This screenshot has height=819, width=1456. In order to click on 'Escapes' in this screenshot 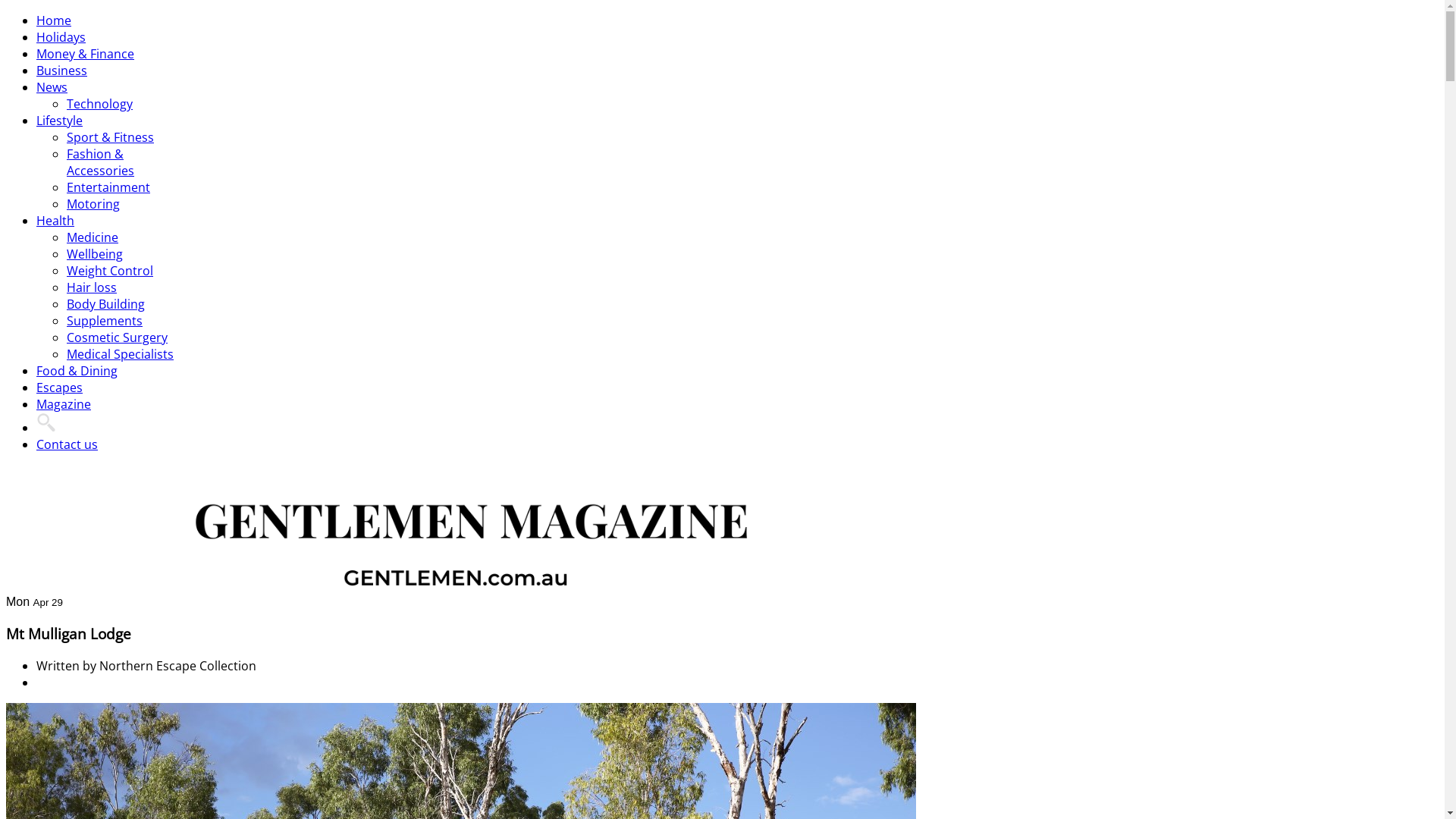, I will do `click(36, 386)`.